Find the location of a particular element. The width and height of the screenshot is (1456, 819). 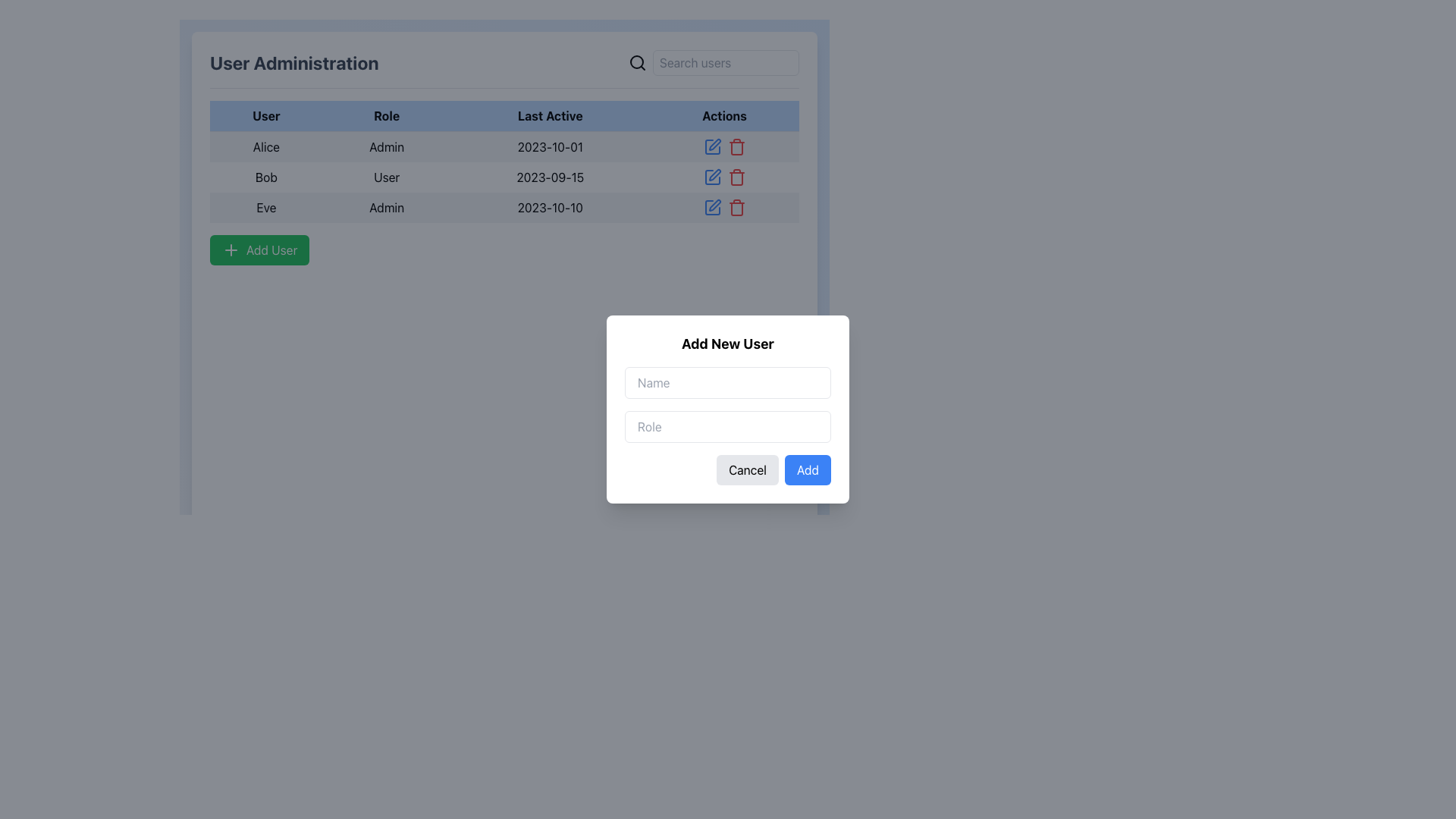

the 'Admin' text label in the 'Role' column of the user data table for user 'Eve' is located at coordinates (387, 207).